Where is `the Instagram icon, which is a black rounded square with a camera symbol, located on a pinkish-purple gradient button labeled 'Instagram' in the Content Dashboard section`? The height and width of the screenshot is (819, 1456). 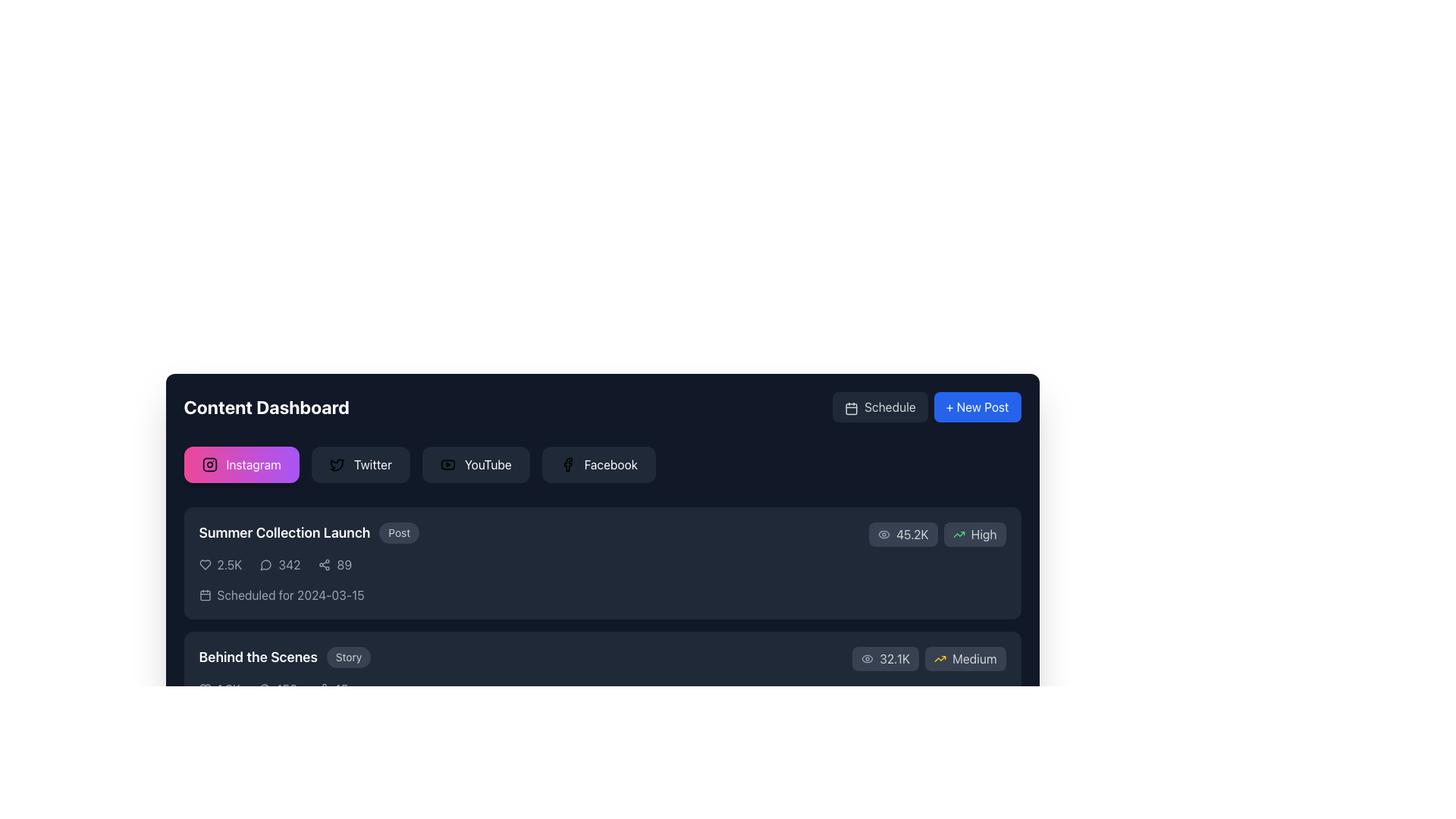
the Instagram icon, which is a black rounded square with a camera symbol, located on a pinkish-purple gradient button labeled 'Instagram' in the Content Dashboard section is located at coordinates (209, 464).